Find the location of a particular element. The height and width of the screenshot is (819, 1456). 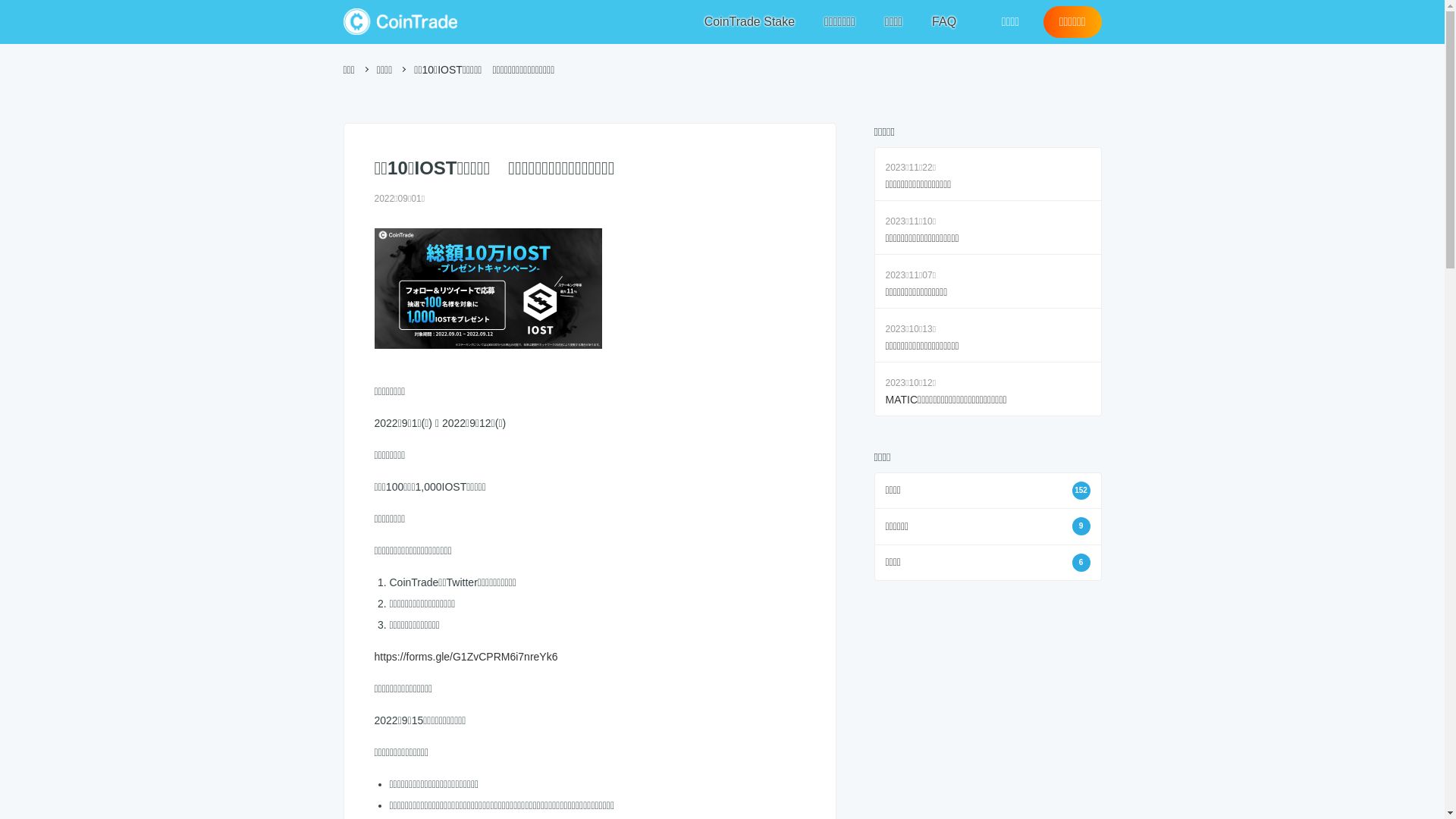

'CoinTrade Stake' is located at coordinates (749, 22).